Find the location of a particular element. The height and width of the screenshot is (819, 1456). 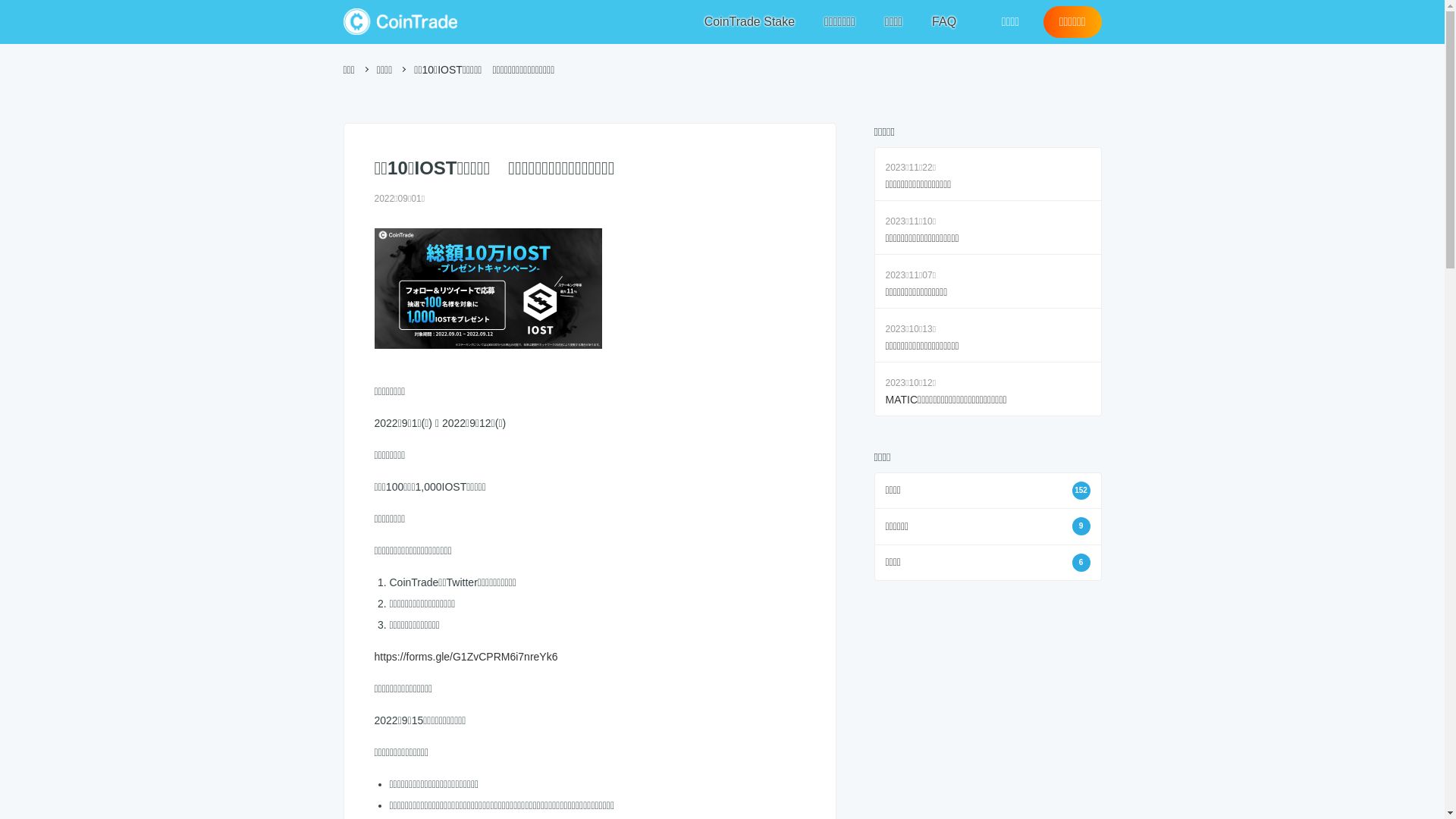

'CoinTrade Stake' is located at coordinates (749, 22).